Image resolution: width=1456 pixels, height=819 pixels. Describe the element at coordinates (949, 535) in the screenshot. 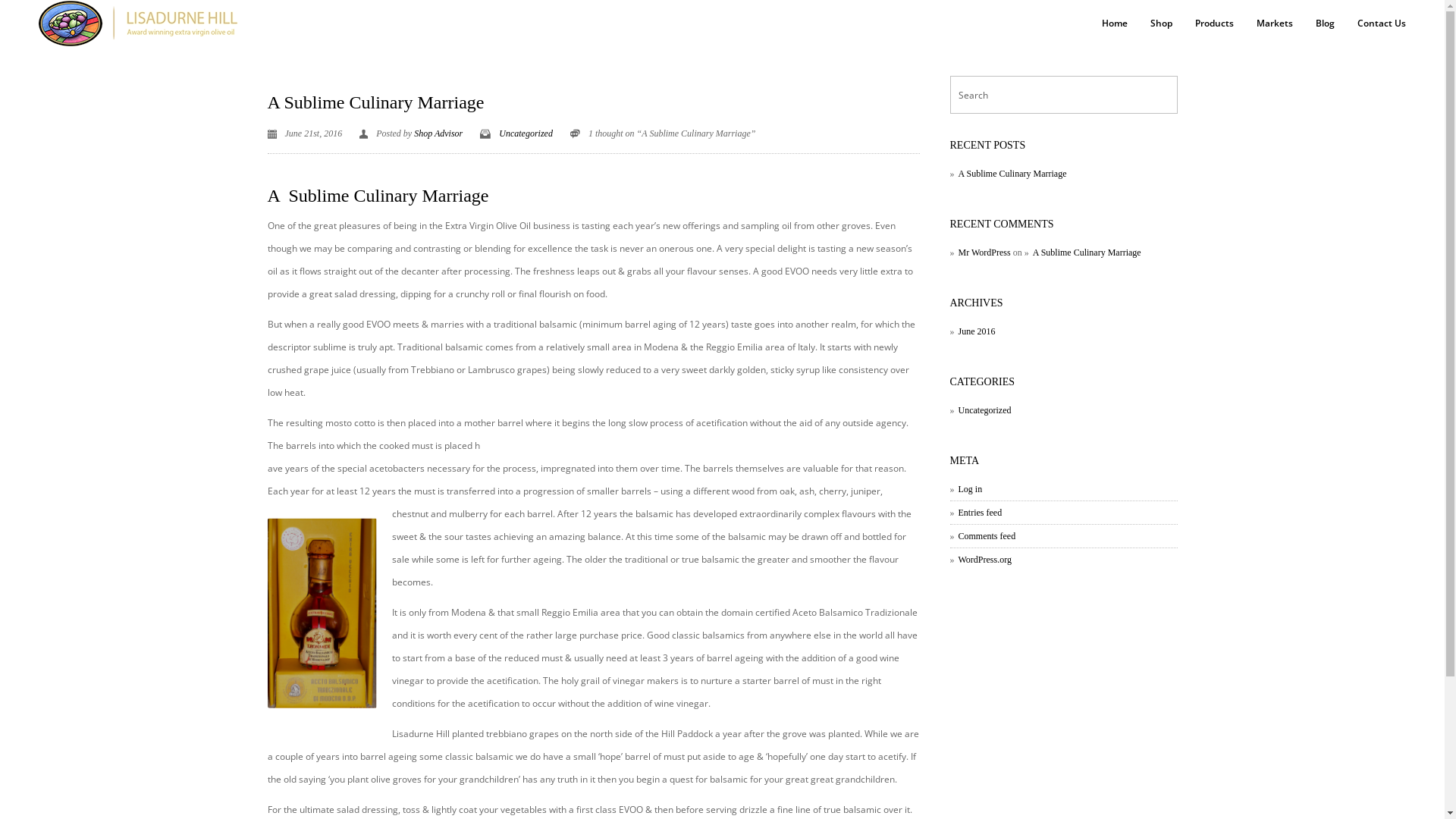

I see `'Comments feed'` at that location.